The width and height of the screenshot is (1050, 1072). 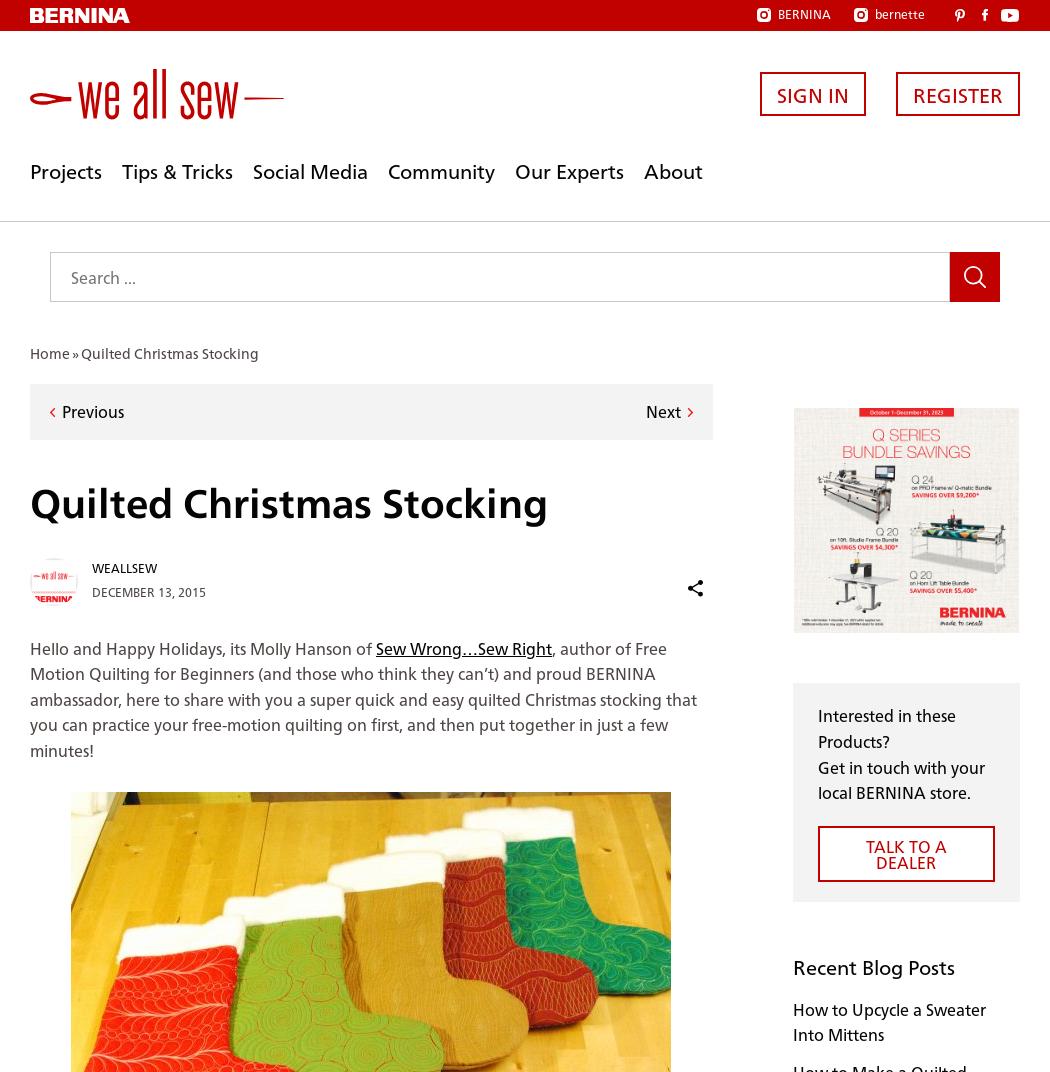 What do you see at coordinates (218, 780) in the screenshot?
I see `'December 14, 2015 at 3:36 pm'` at bounding box center [218, 780].